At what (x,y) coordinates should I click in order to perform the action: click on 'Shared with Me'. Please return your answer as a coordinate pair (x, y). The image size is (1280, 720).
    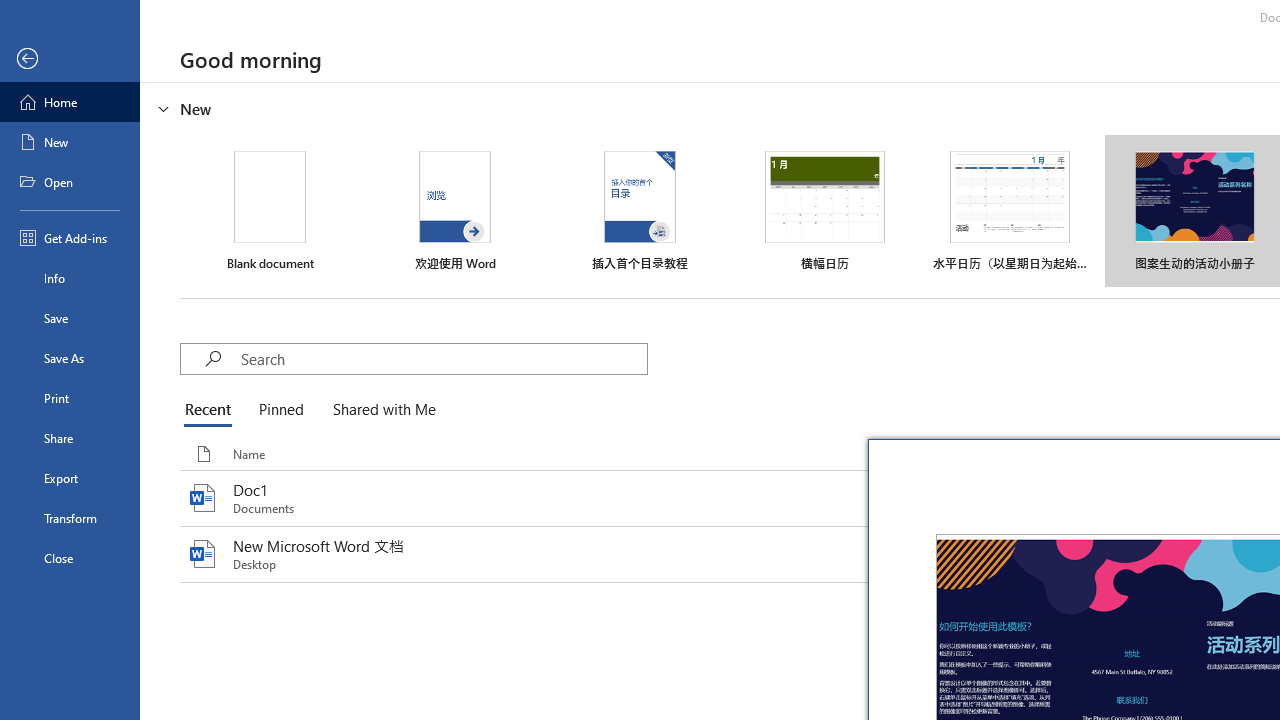
    Looking at the image, I should click on (380, 410).